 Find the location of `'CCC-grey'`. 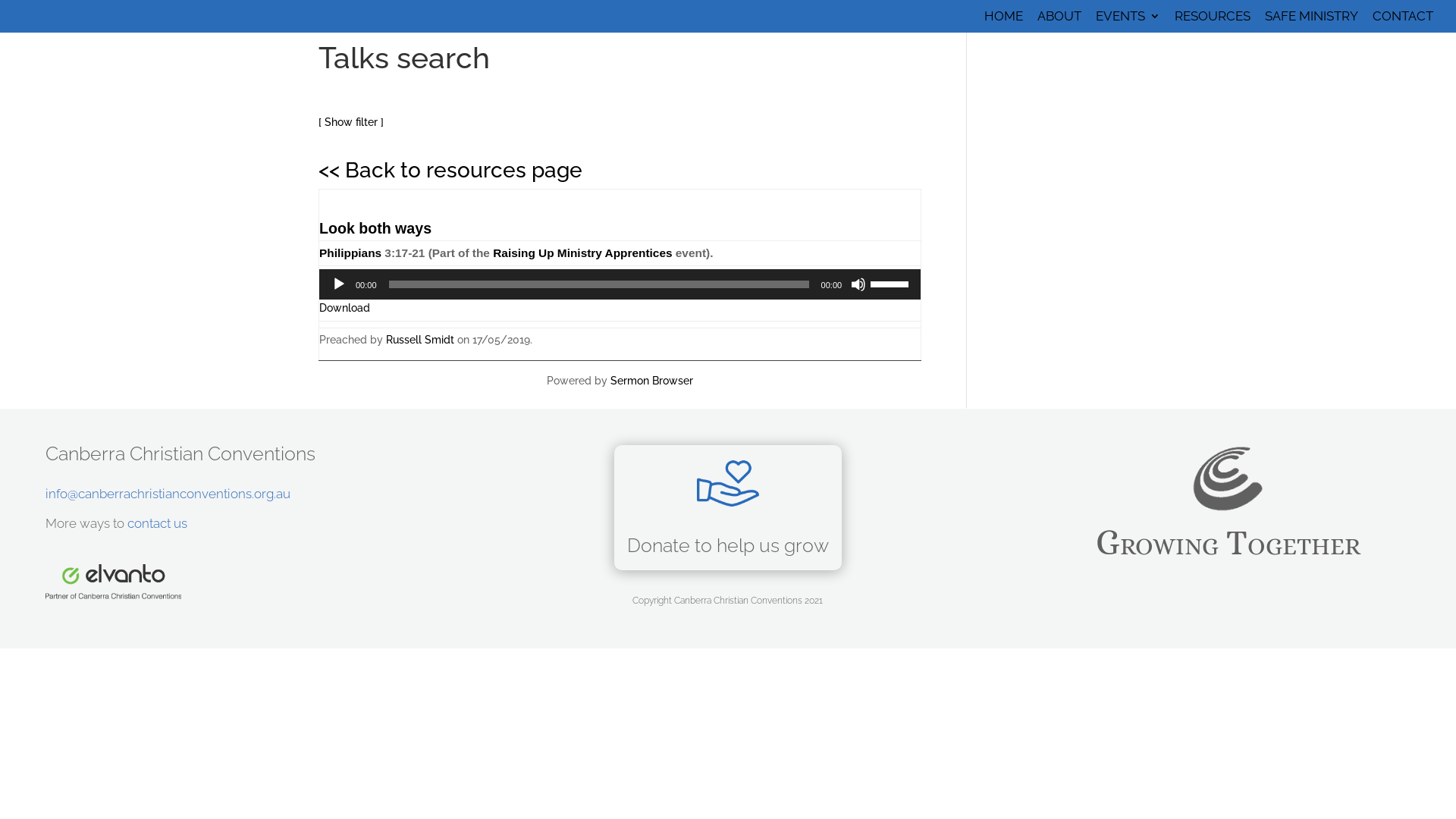

'CCC-grey' is located at coordinates (1227, 479).